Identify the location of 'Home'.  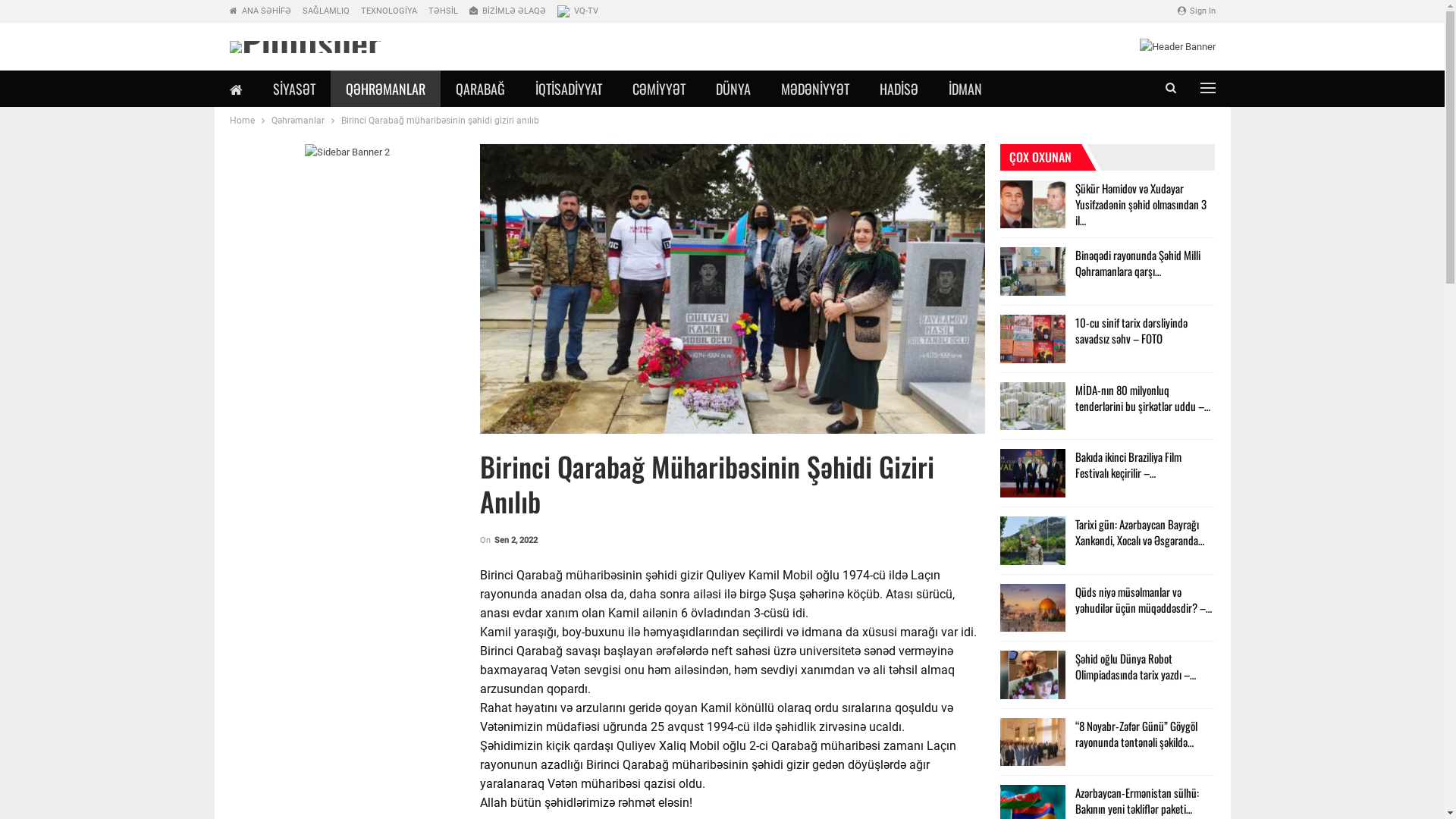
(228, 119).